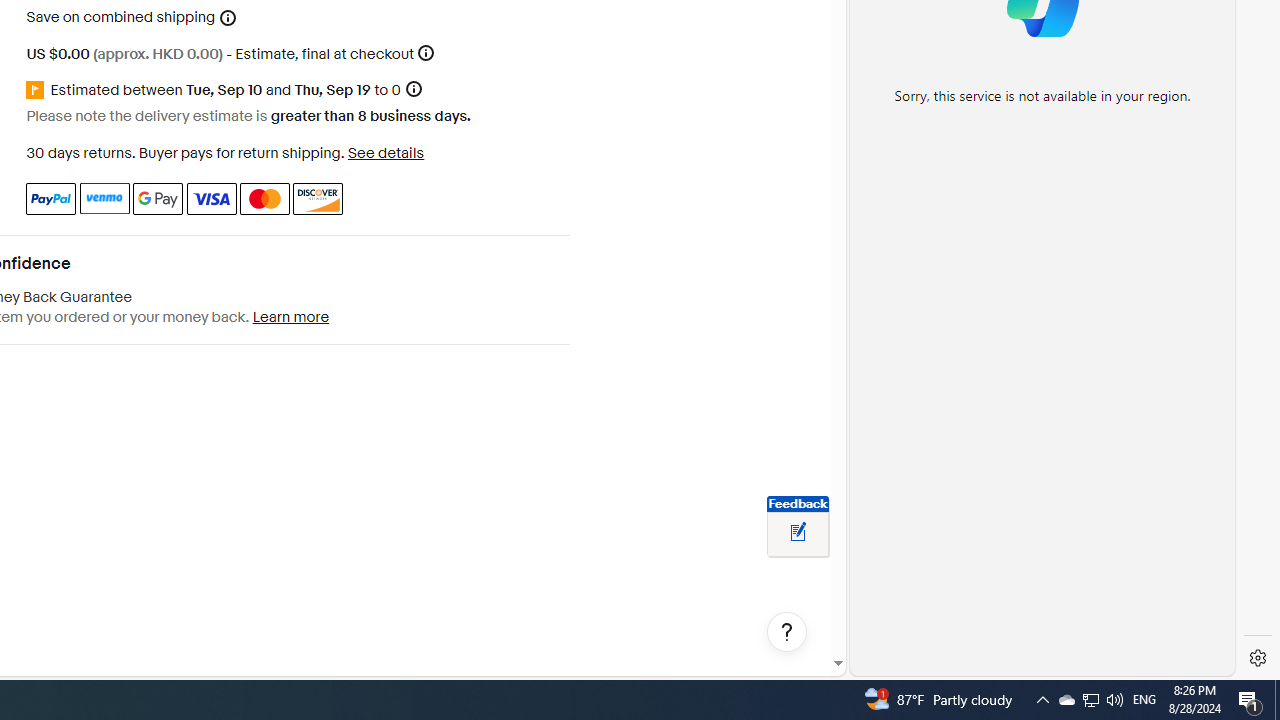  What do you see at coordinates (157, 198) in the screenshot?
I see `'Google Pay'` at bounding box center [157, 198].